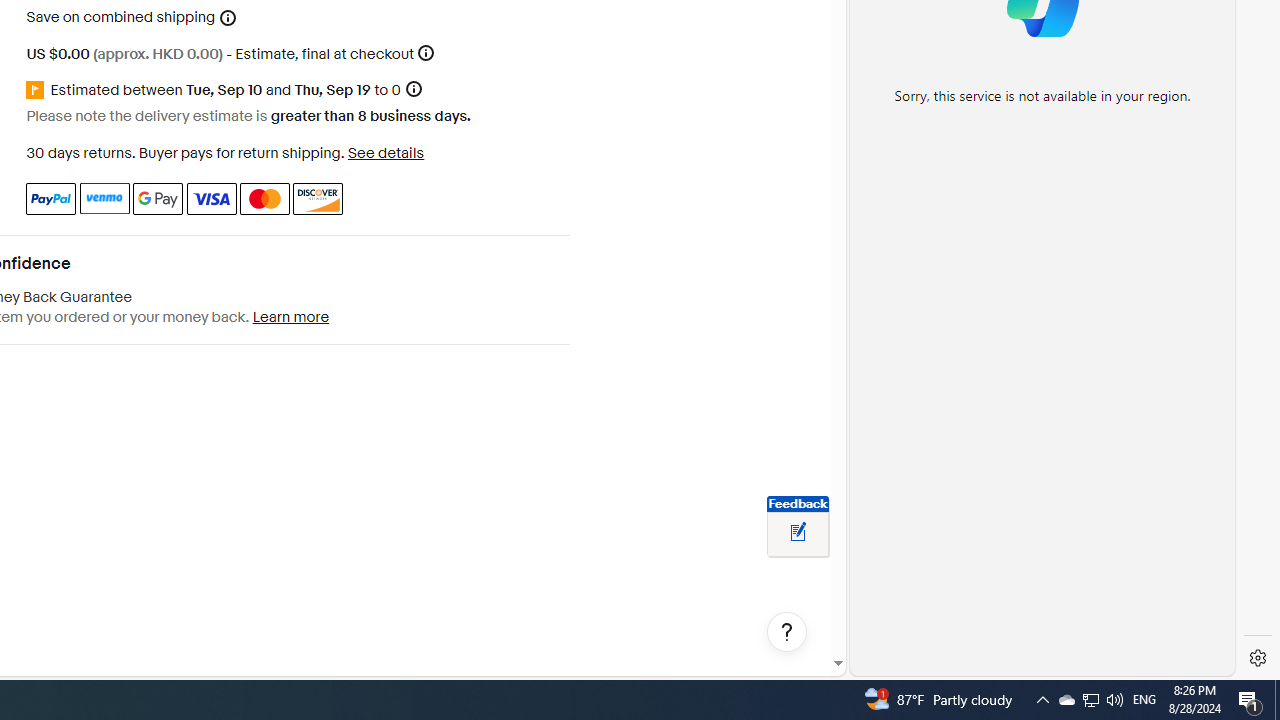  What do you see at coordinates (157, 198) in the screenshot?
I see `'Google Pay'` at bounding box center [157, 198].